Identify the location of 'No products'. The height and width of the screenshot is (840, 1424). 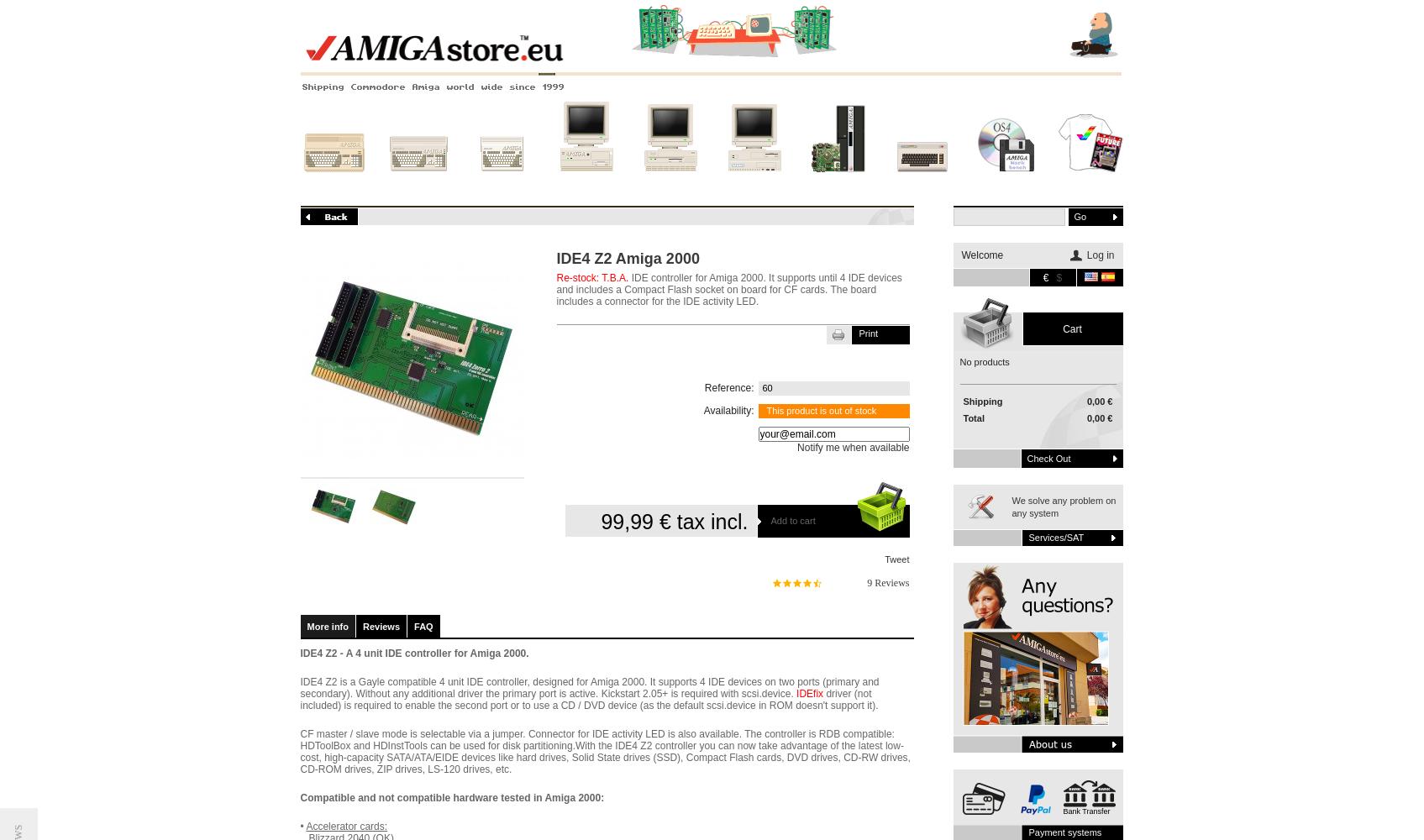
(983, 362).